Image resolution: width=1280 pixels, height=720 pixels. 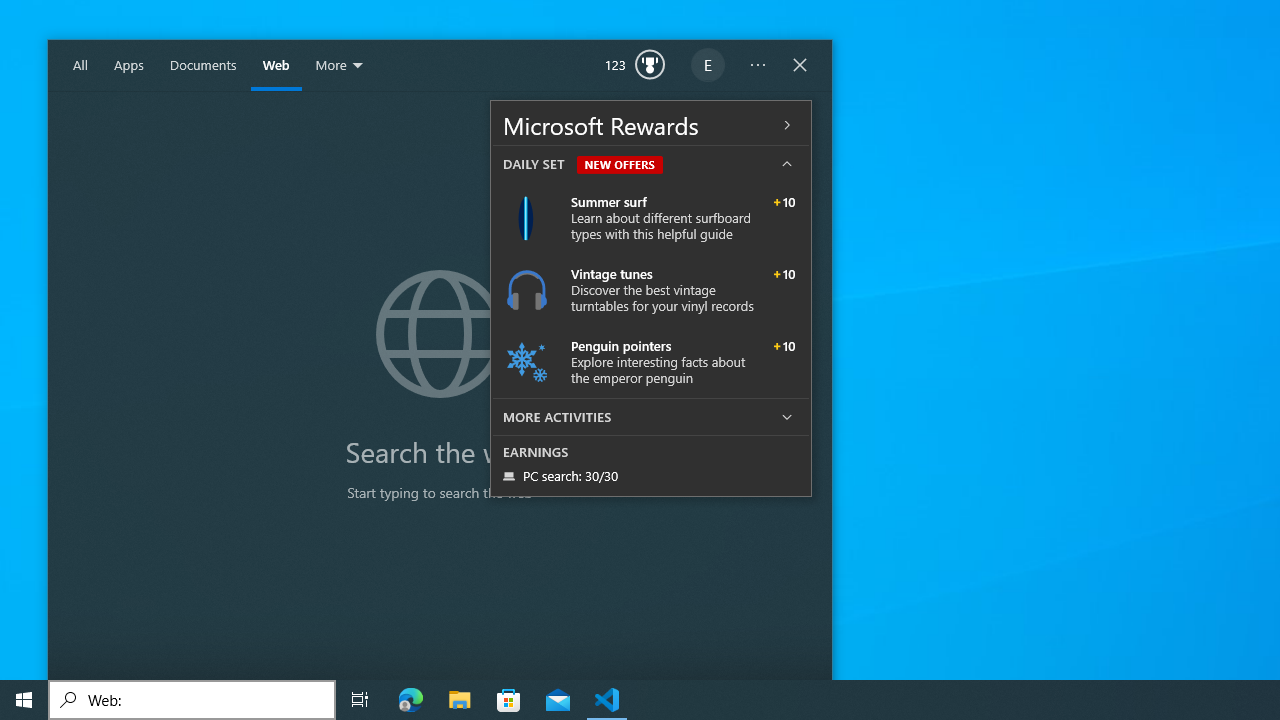 I want to click on 'Web', so click(x=275, y=65).